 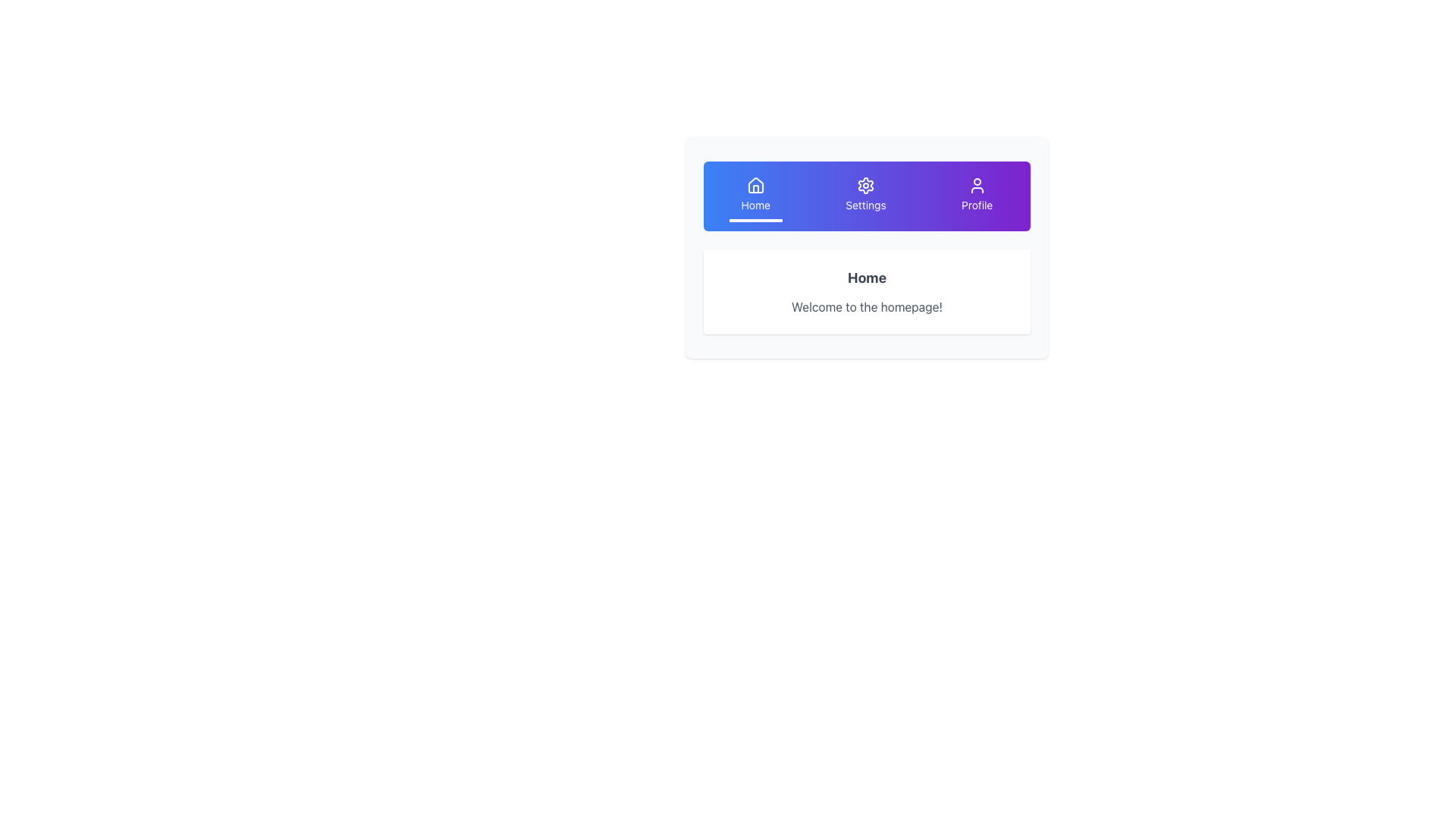 I want to click on the 'Settings' label in the Navigation Bar, so click(x=867, y=195).